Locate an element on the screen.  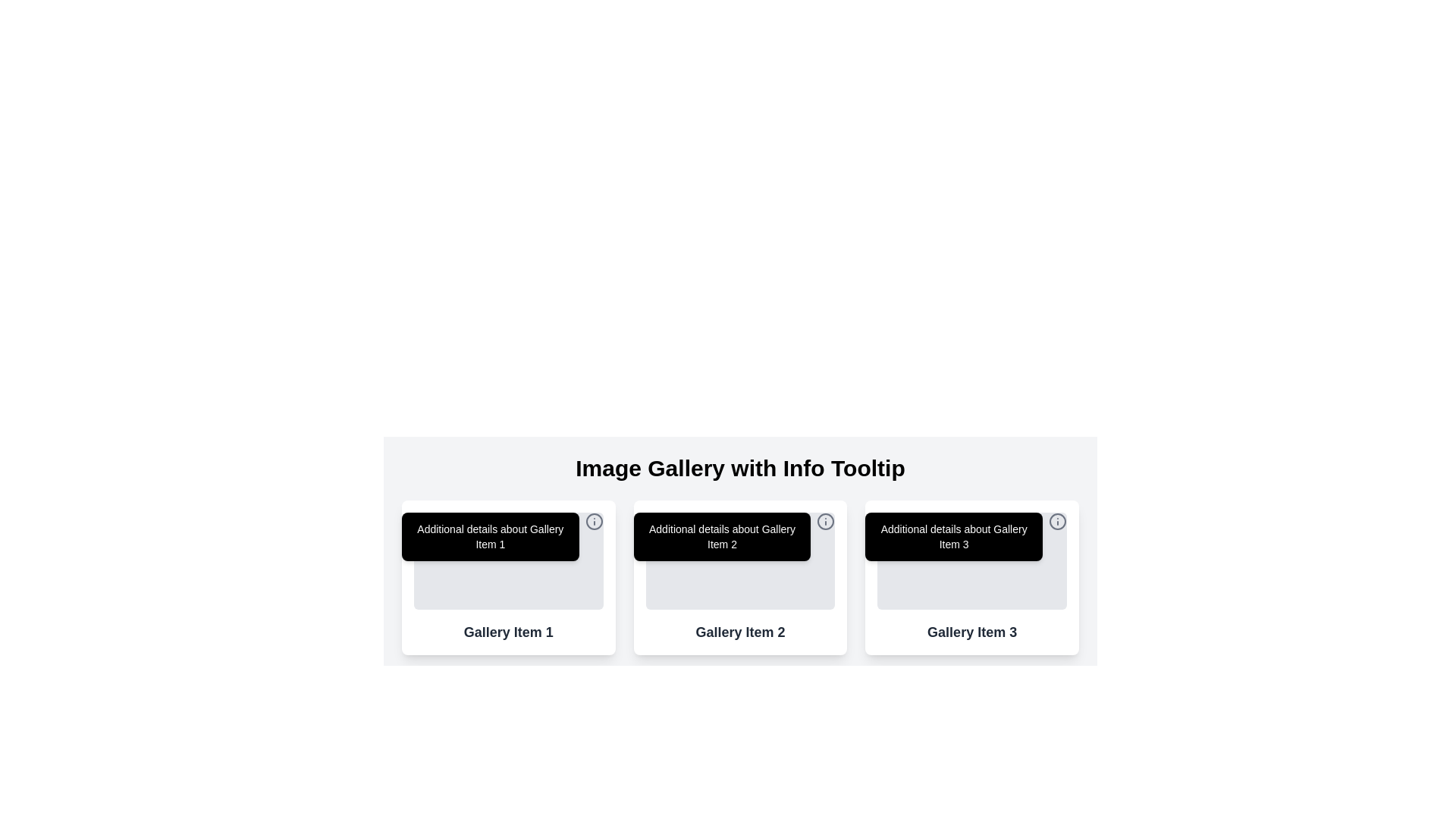
the second card in the horizontal gallery layout is located at coordinates (740, 578).